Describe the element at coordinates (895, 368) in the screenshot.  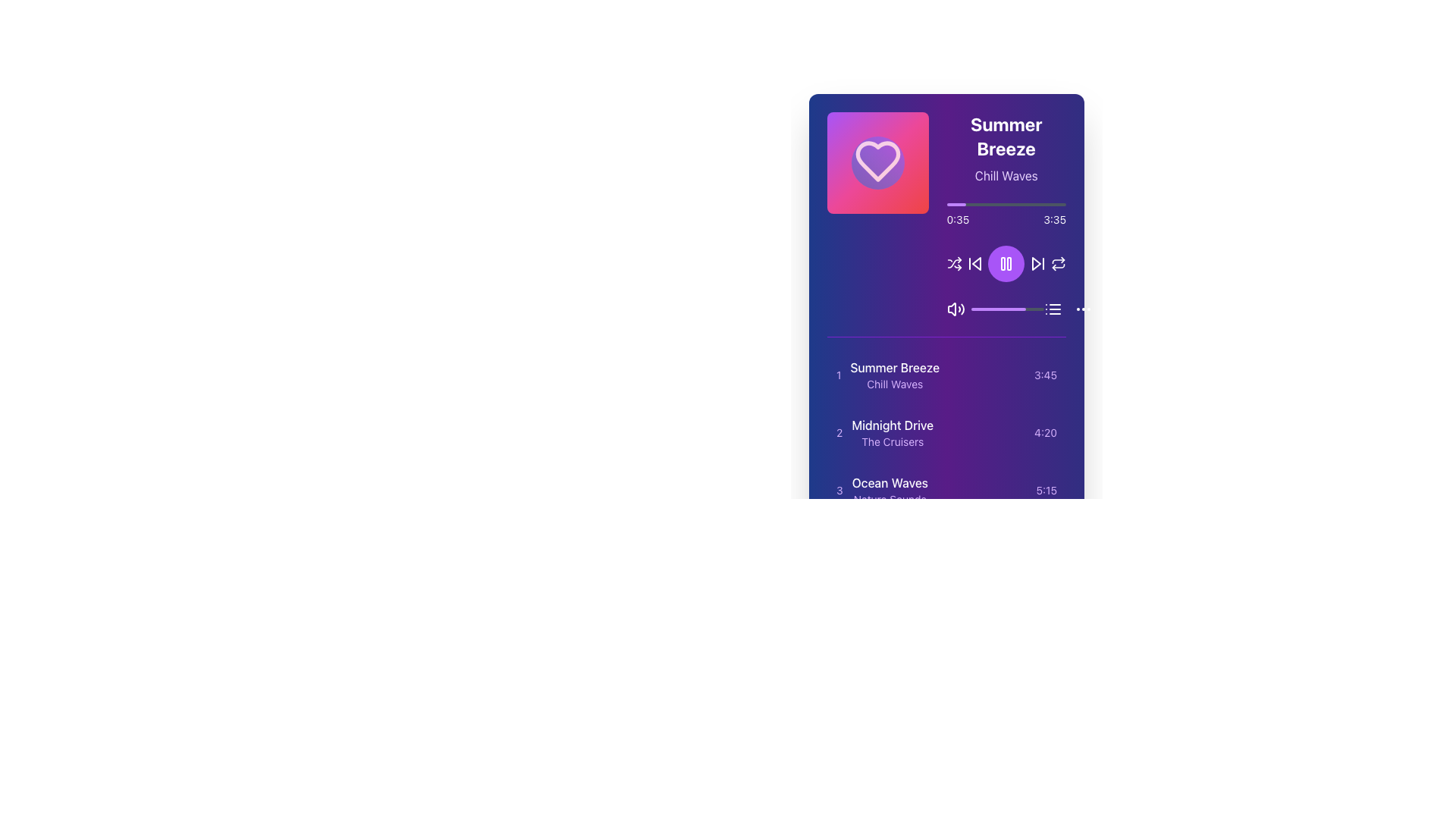
I see `text label that displays the title of a track or item in the list, located above the 'Chill Waves' text in the top-middle portion of the card layout` at that location.